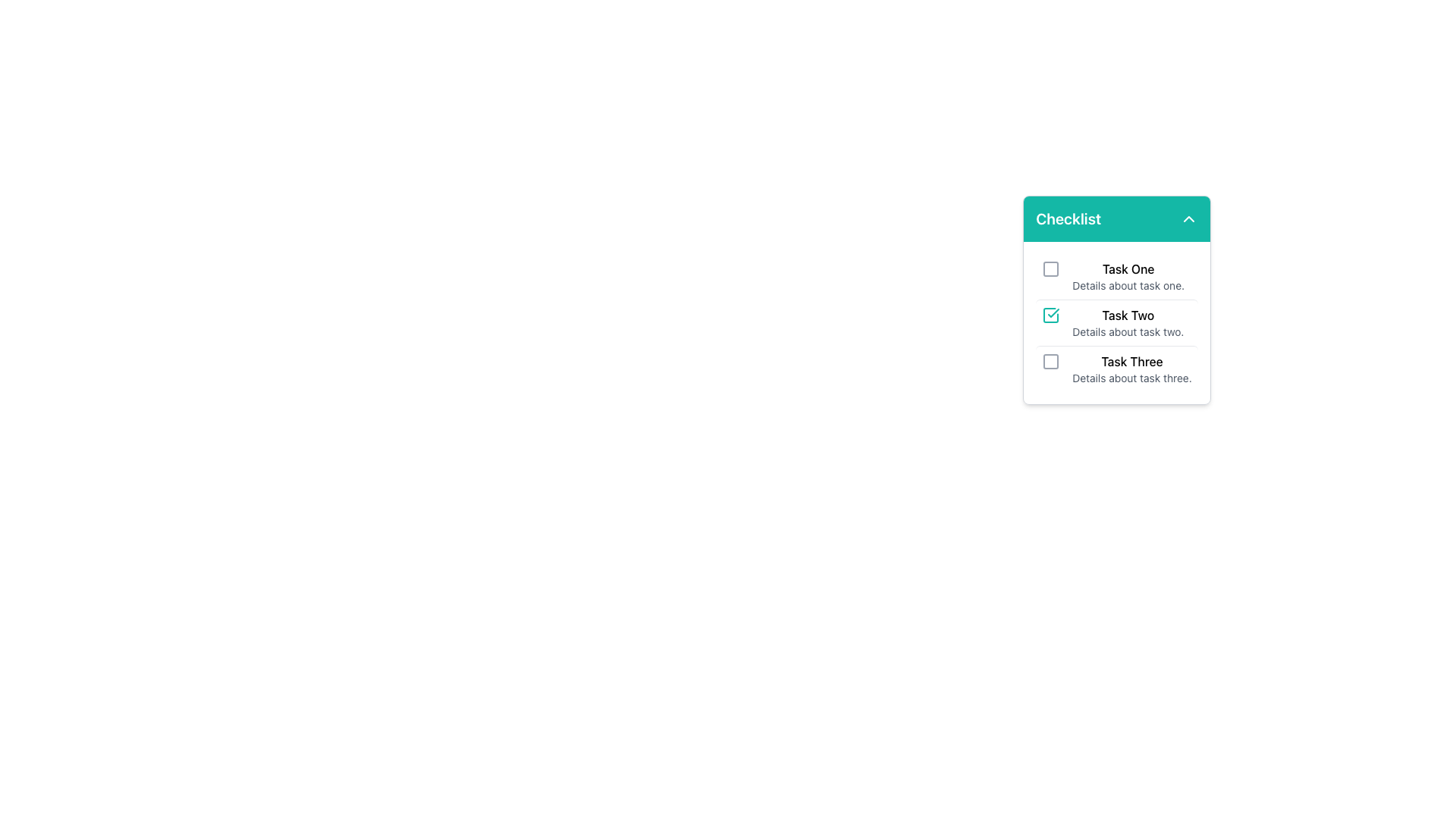 The height and width of the screenshot is (819, 1456). I want to click on the checklist item titled 'Task Three', so click(1117, 369).